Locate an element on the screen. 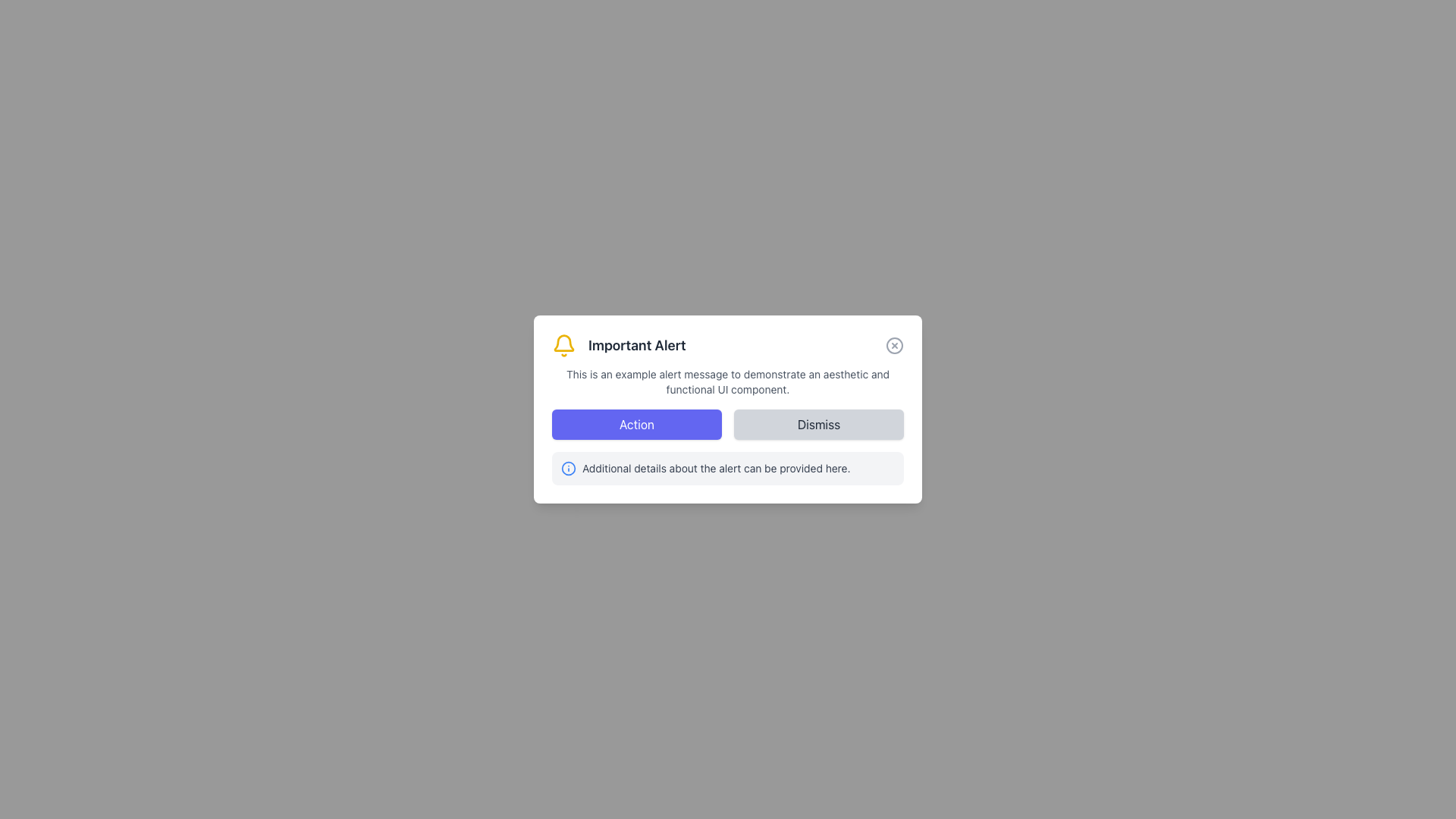  the dismiss button located in the top-right corner of the 'Important Alert' dialog box is located at coordinates (895, 345).